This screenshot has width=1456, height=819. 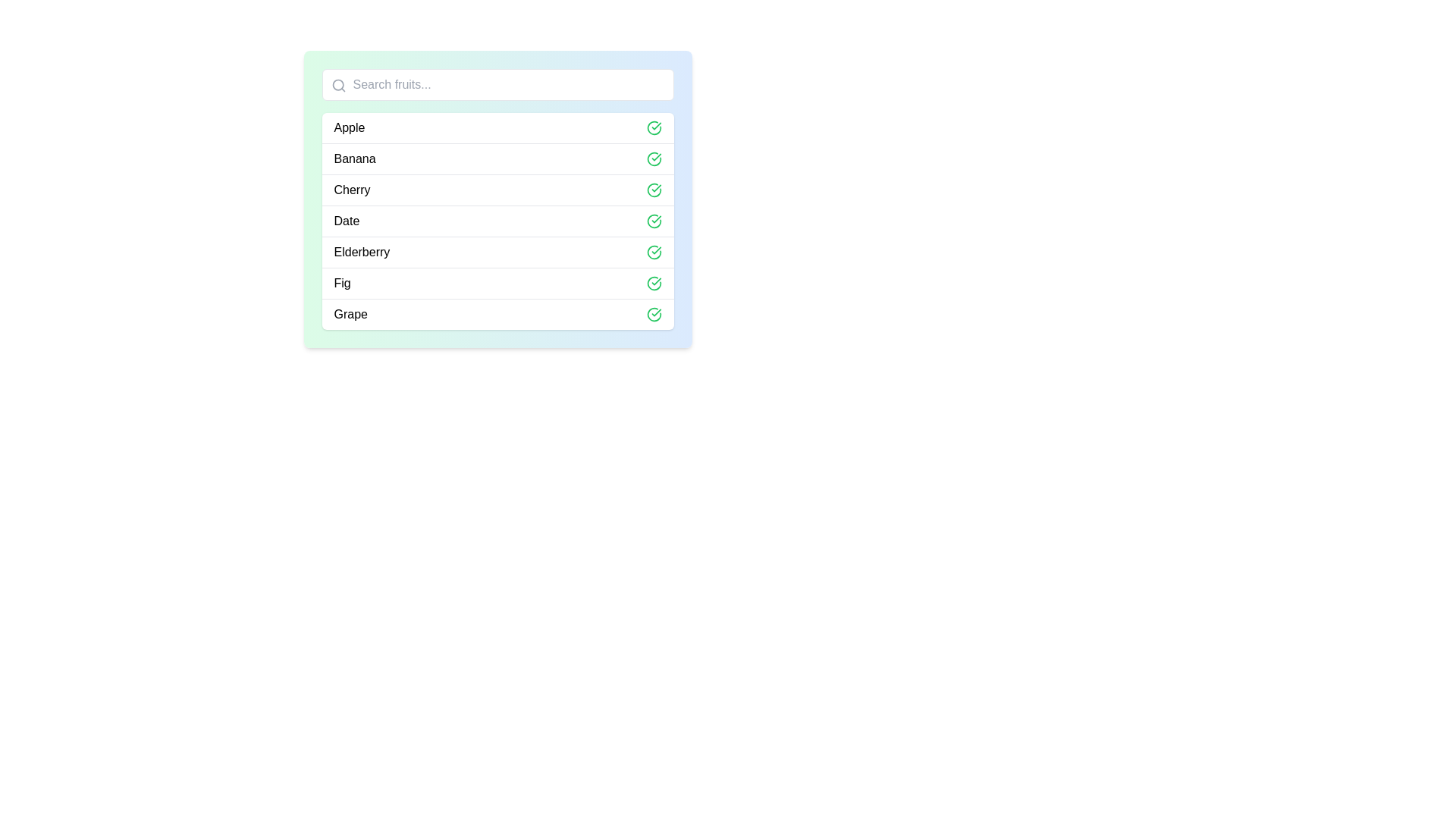 I want to click on the 'Fig' list item, indicated by the green checkmark, so click(x=497, y=283).